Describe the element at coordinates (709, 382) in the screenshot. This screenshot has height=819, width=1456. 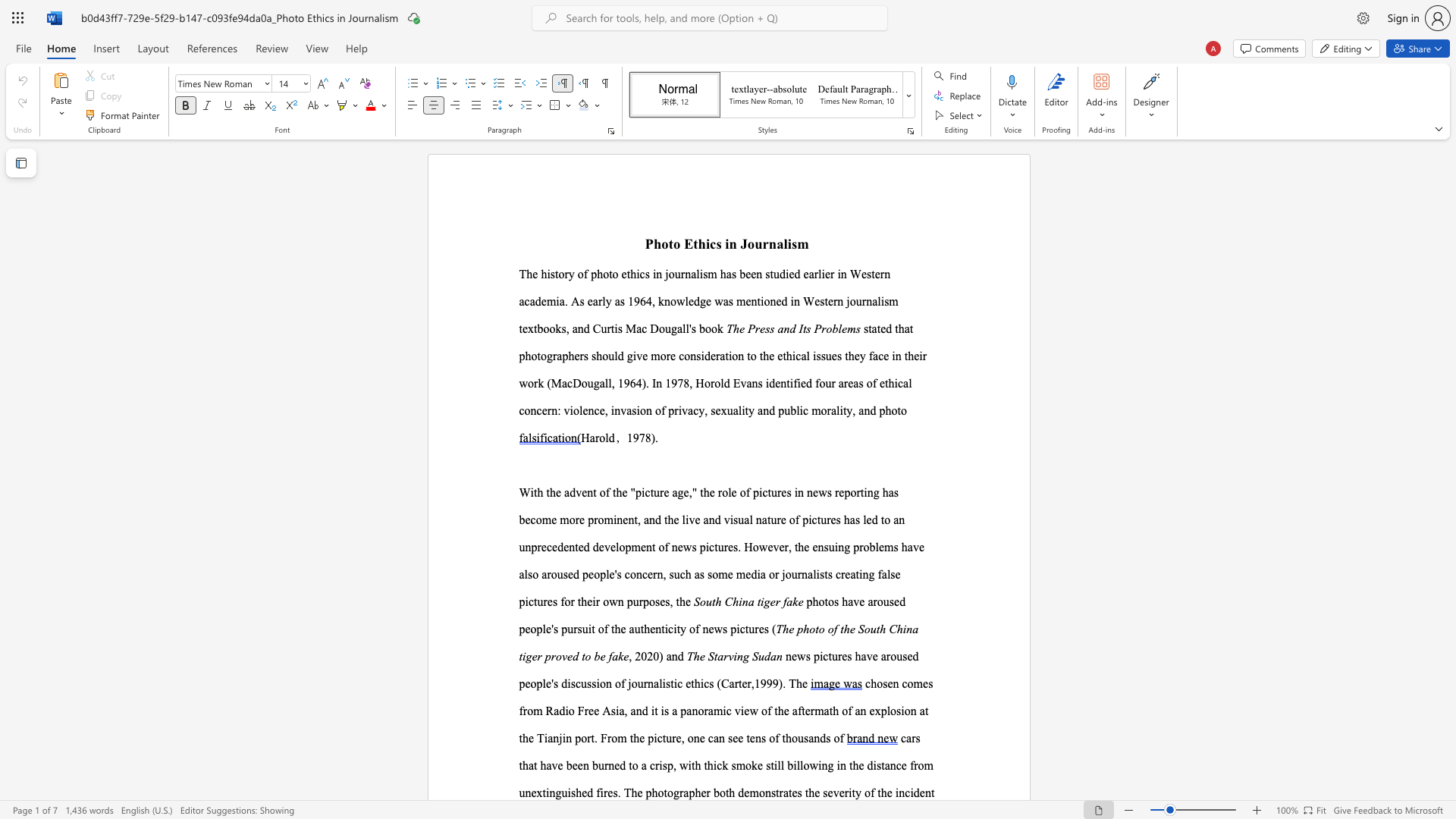
I see `the subset text "rold Evan" within the text ". In 1978, Horold Evans"` at that location.